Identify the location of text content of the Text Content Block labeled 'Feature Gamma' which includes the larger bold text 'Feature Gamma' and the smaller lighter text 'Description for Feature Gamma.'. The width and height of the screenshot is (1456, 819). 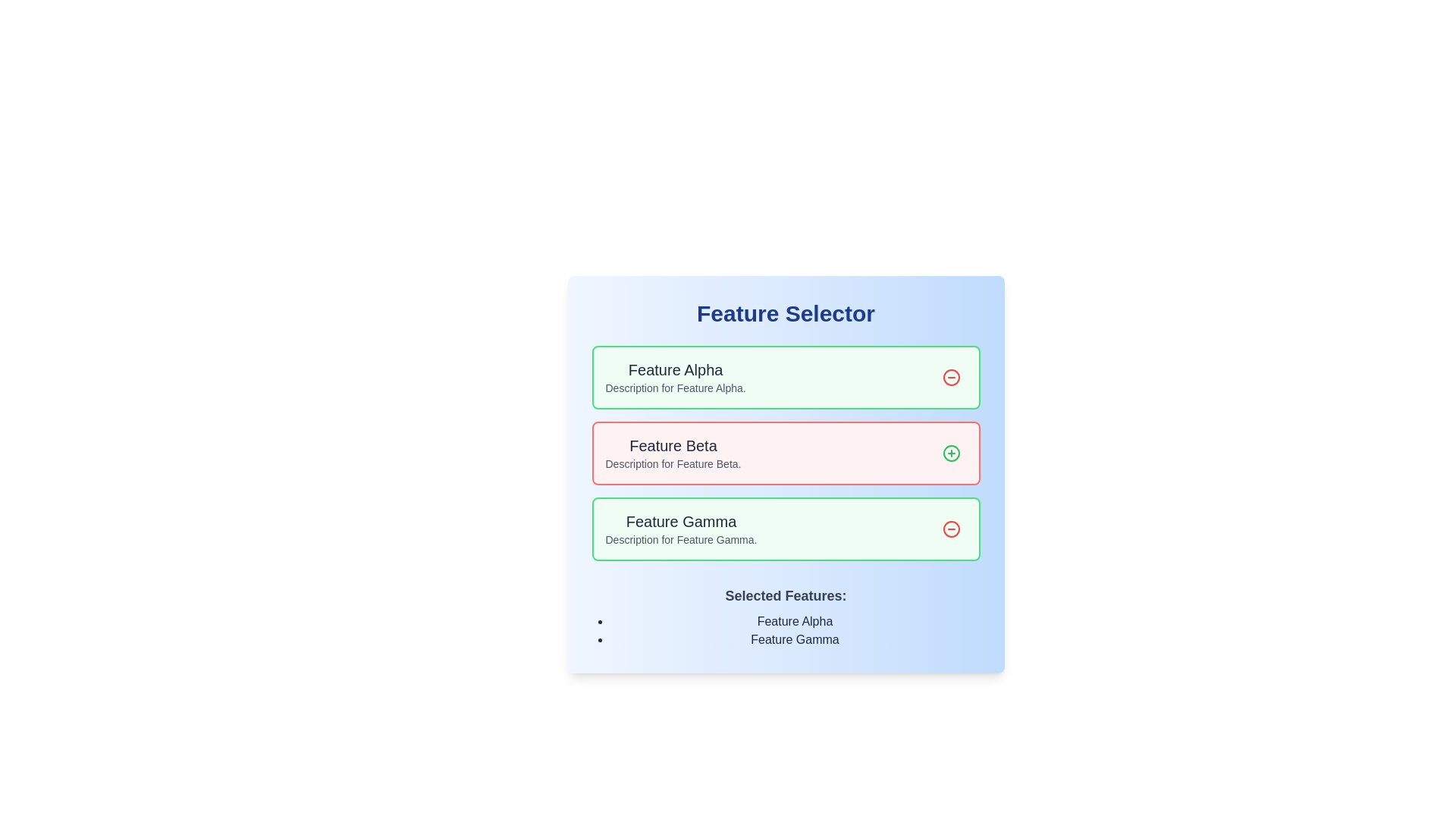
(680, 529).